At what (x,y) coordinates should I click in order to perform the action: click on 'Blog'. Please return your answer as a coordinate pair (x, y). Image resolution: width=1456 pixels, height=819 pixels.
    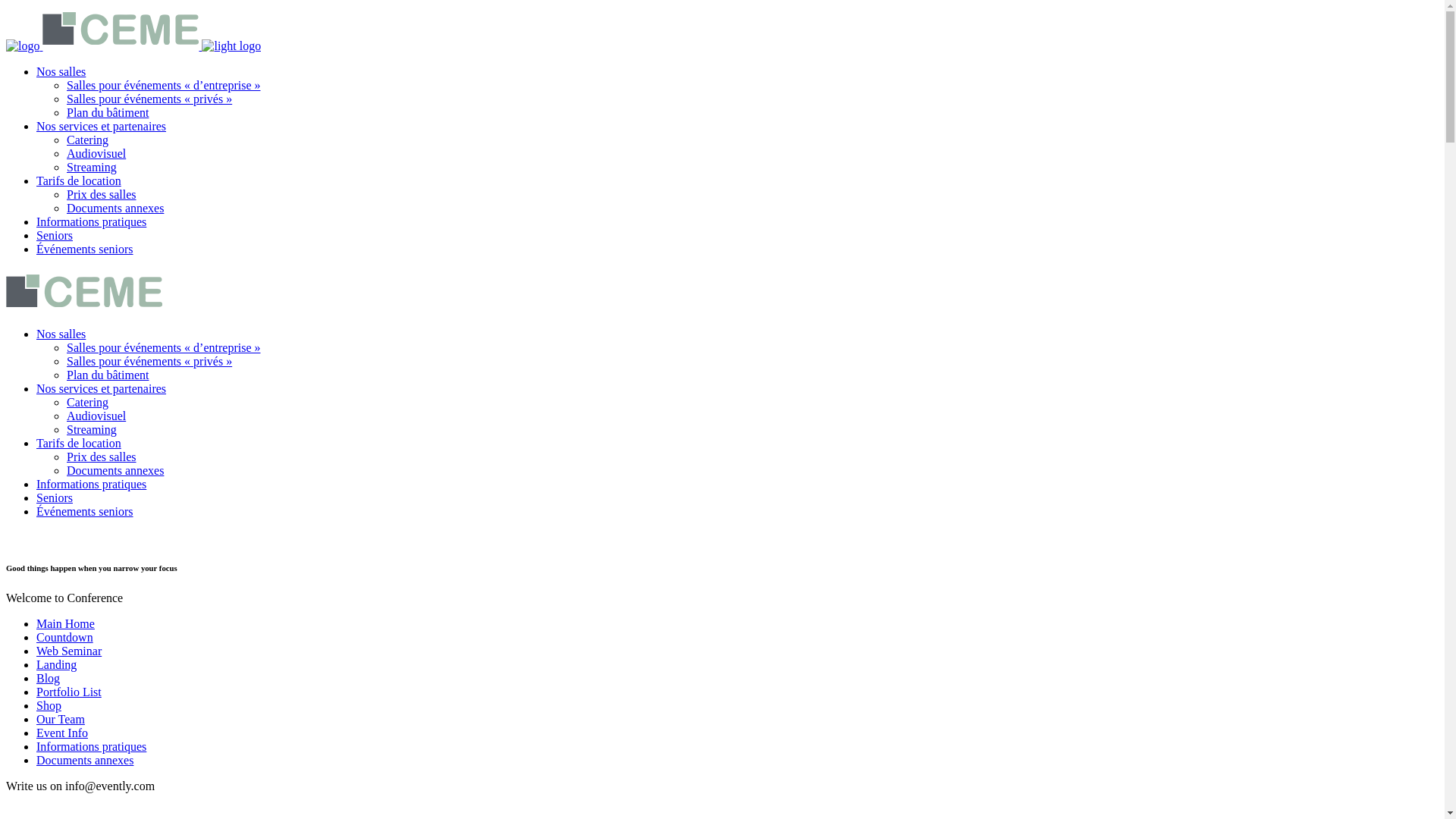
    Looking at the image, I should click on (48, 677).